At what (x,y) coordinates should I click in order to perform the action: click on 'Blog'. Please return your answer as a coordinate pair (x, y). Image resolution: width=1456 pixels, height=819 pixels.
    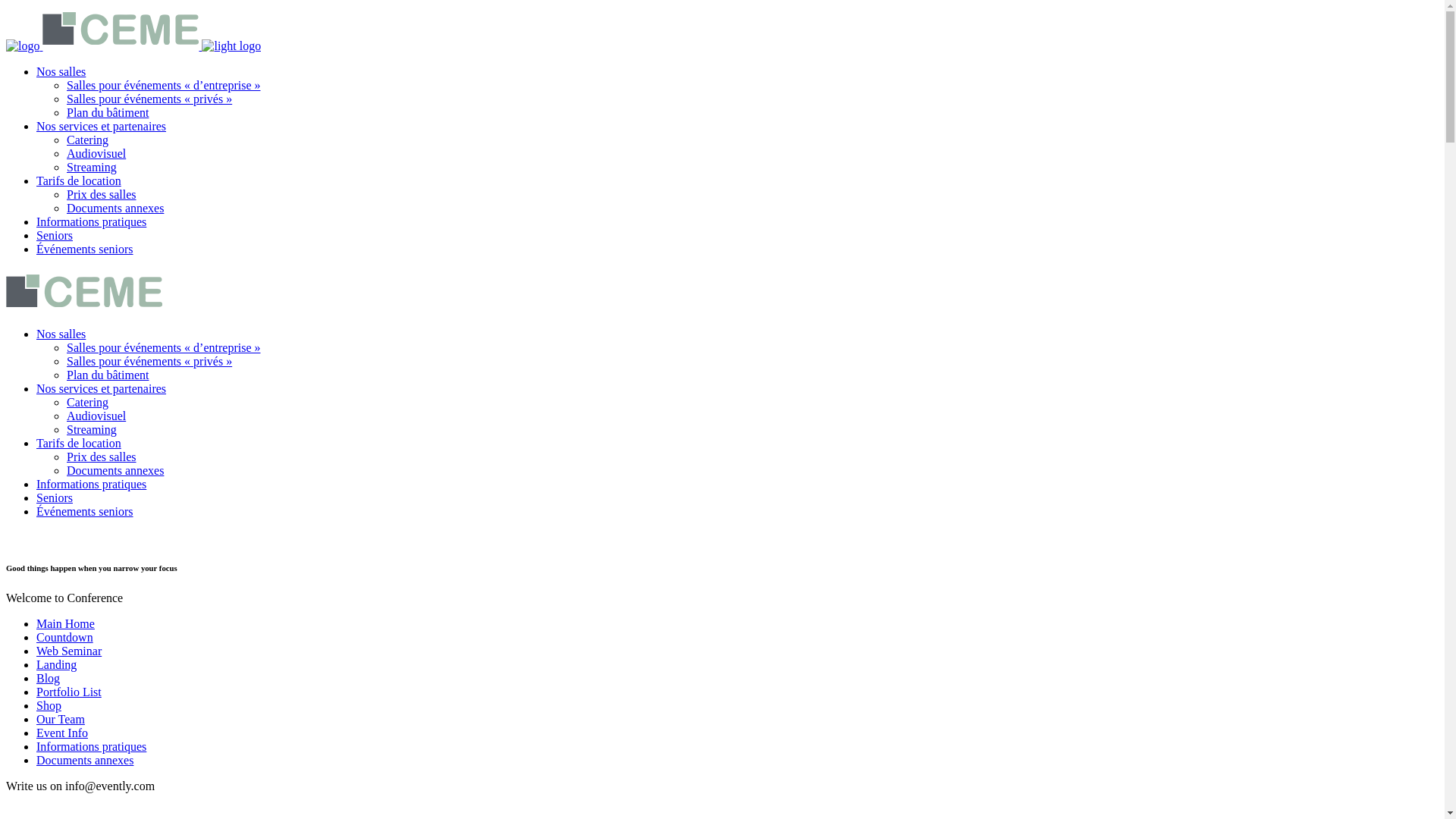
    Looking at the image, I should click on (48, 677).